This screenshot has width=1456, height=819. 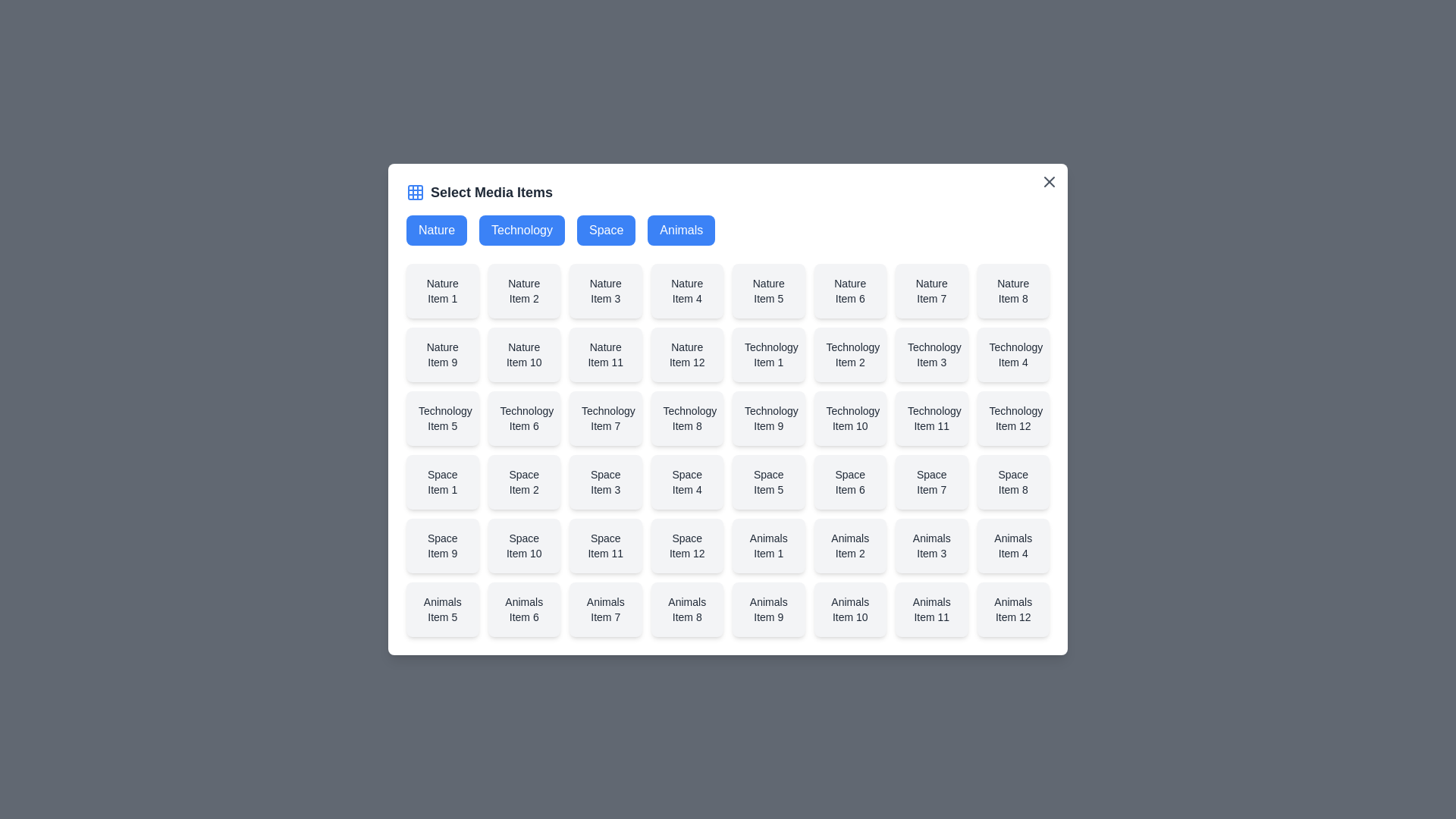 What do you see at coordinates (680, 231) in the screenshot?
I see `the Animals button to select the desired category` at bounding box center [680, 231].